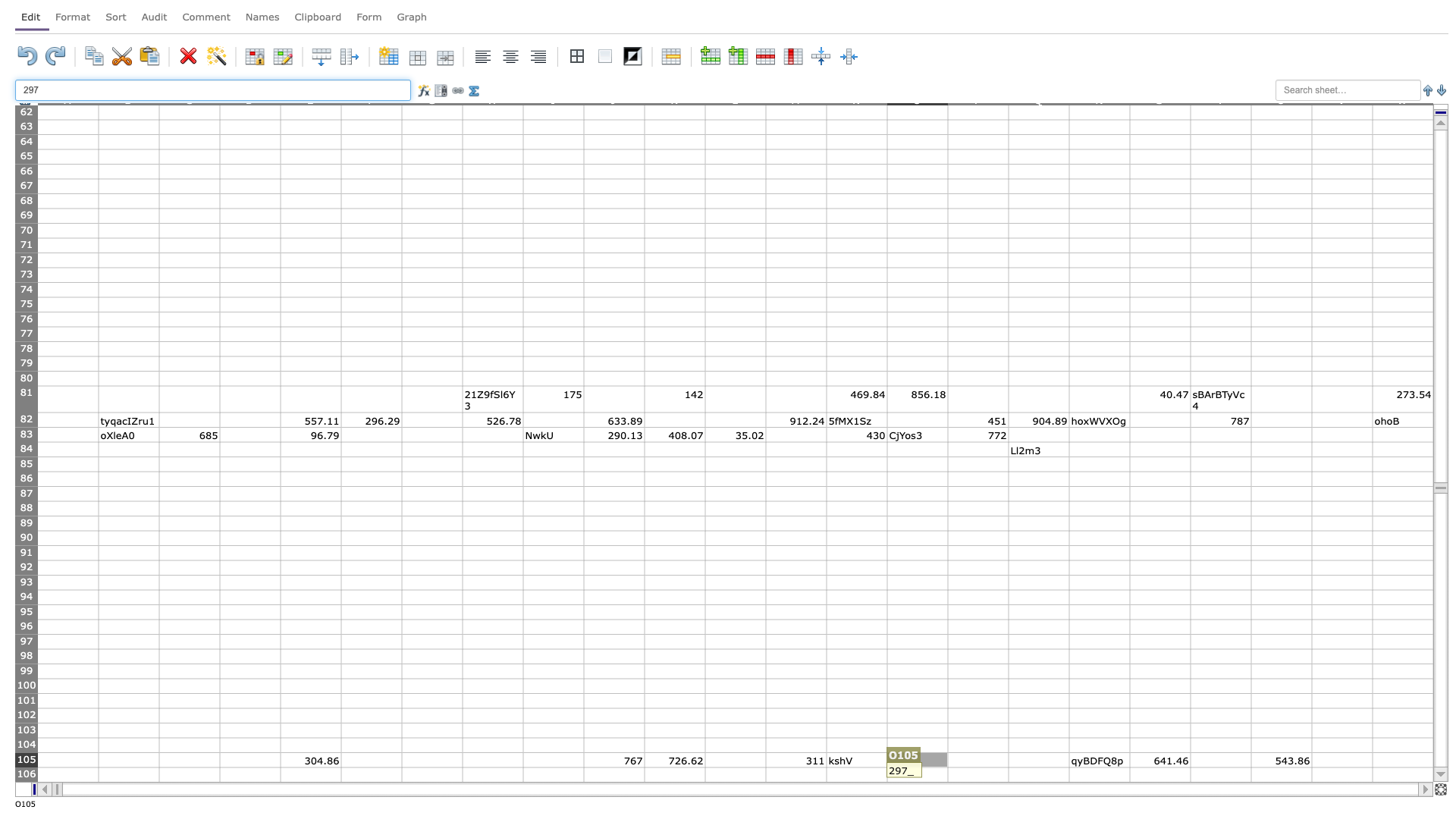 This screenshot has height=819, width=1456. I want to click on Right border of cell Q-106, so click(1068, 774).